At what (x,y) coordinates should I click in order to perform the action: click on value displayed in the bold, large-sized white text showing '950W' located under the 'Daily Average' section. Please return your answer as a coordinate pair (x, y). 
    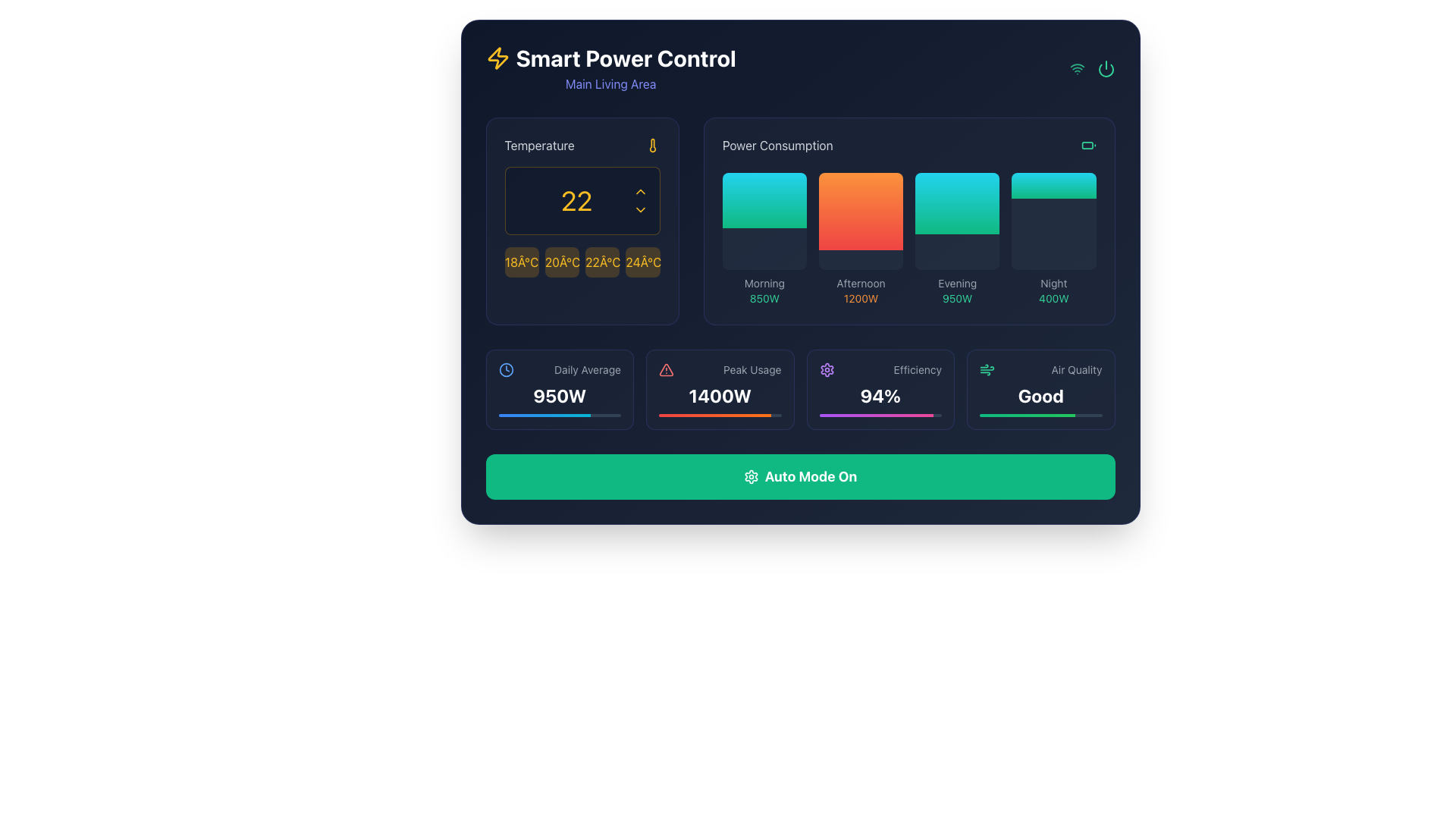
    Looking at the image, I should click on (559, 394).